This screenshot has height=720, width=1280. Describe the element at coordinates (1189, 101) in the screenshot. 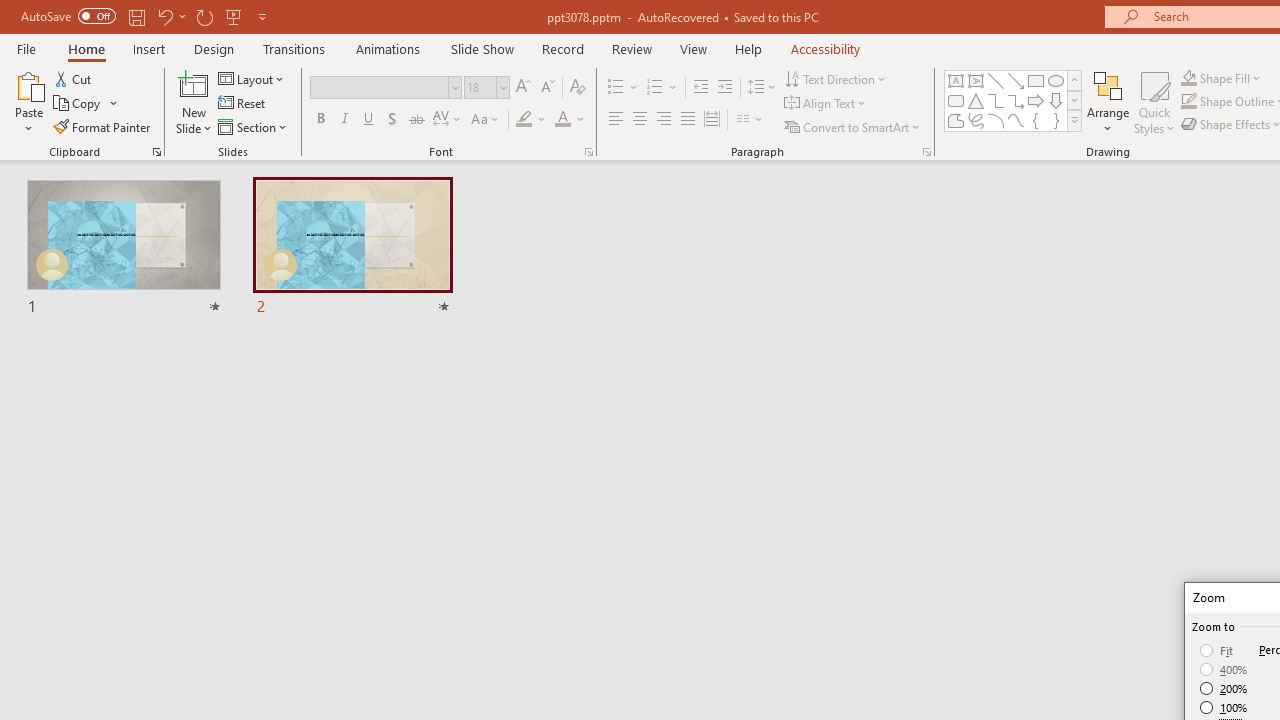

I see `'Shape Outline Green, Accent 1'` at that location.